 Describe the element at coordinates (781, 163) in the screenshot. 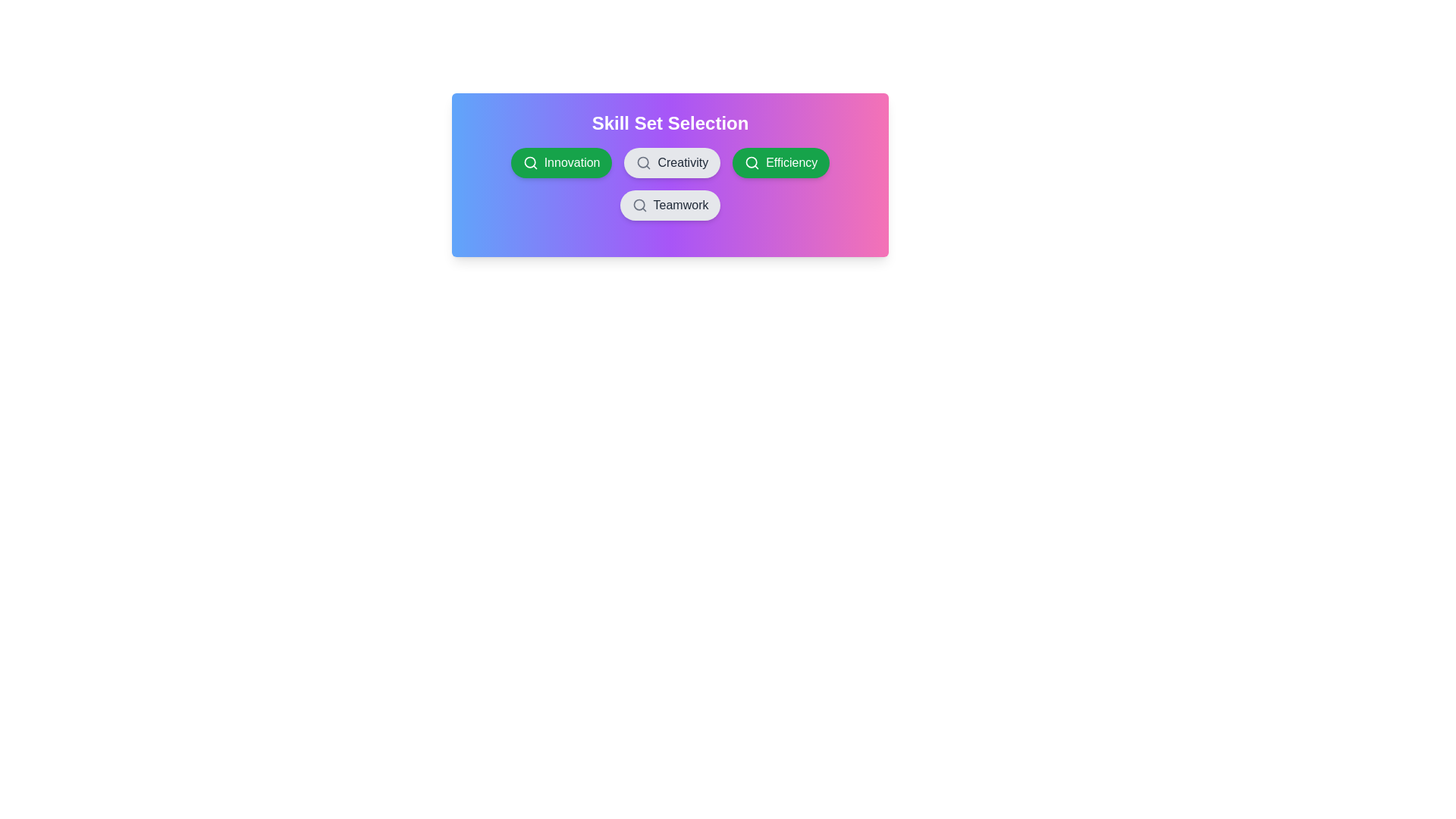

I see `the chip labeled Efficiency` at that location.